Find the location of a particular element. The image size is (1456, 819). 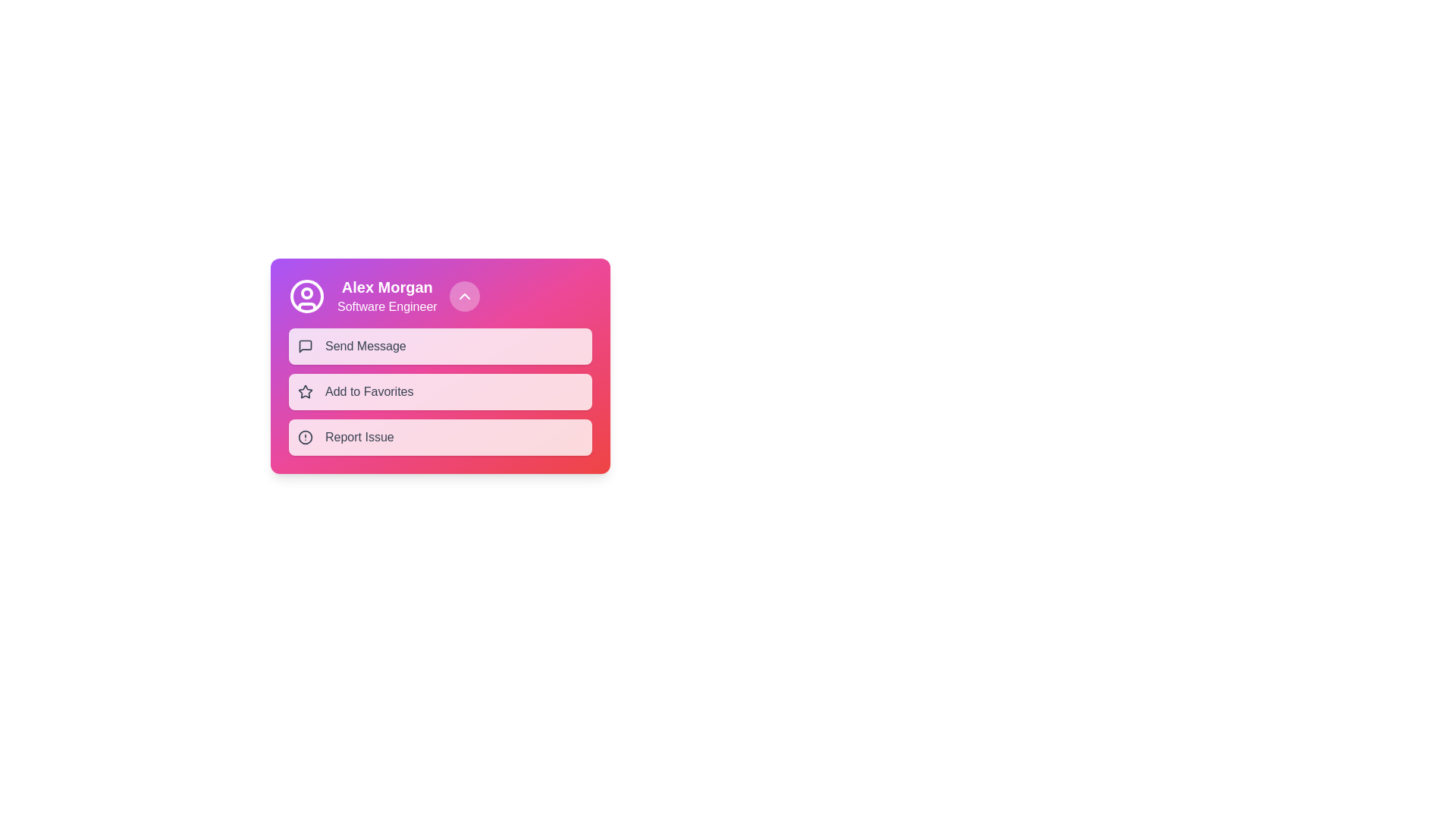

the user profile icon located at the top-left corner of the user details card, which precedes the text 'Alex Morgan' and 'Software Engineer' is located at coordinates (306, 296).